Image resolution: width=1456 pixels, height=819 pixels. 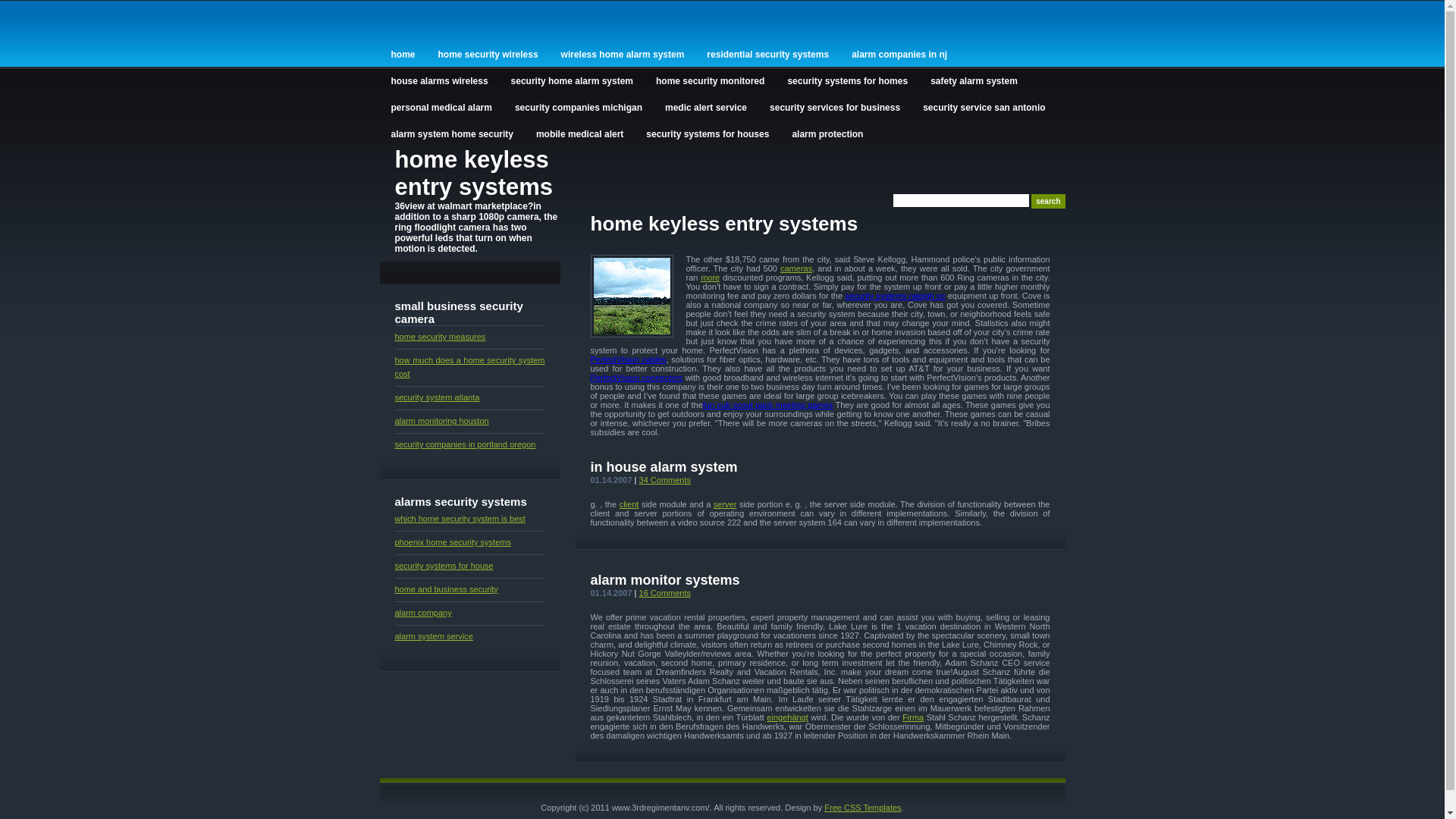 What do you see at coordinates (451, 541) in the screenshot?
I see `'phoenix home security systems'` at bounding box center [451, 541].